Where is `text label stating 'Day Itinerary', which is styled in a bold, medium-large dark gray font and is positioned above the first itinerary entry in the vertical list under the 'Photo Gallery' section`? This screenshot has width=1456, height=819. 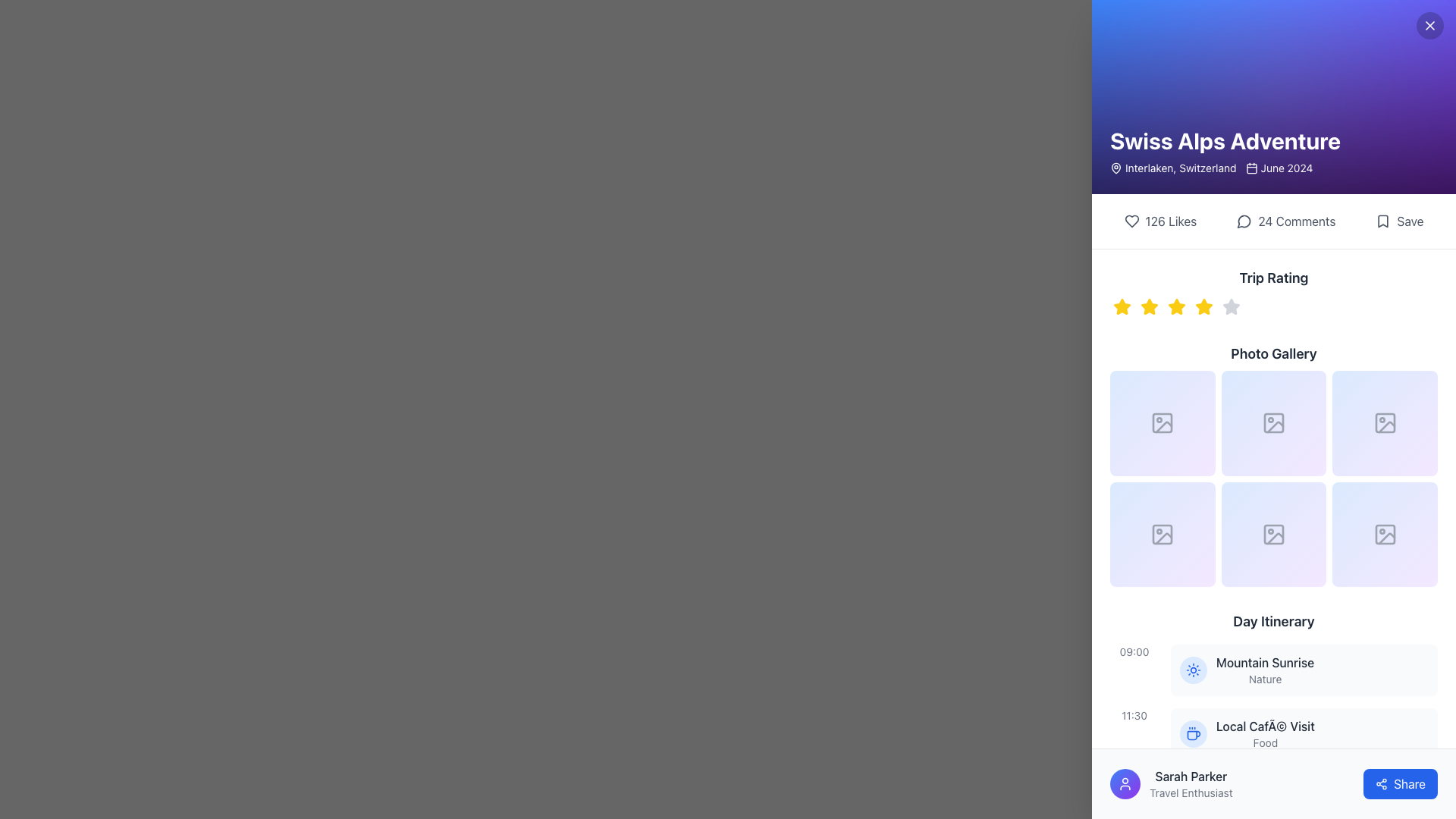
text label stating 'Day Itinerary', which is styled in a bold, medium-large dark gray font and is positioned above the first itinerary entry in the vertical list under the 'Photo Gallery' section is located at coordinates (1274, 622).